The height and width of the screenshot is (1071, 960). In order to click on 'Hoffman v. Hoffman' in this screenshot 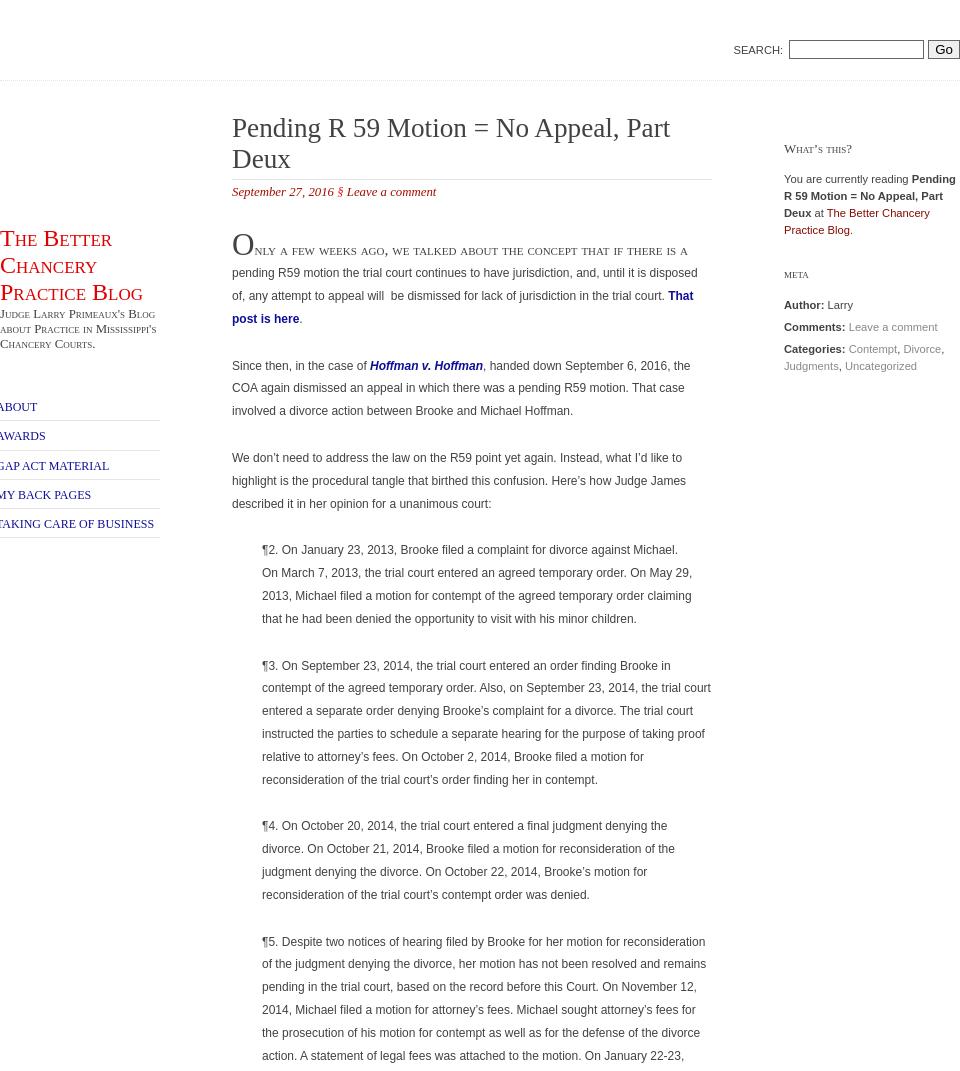, I will do `click(426, 363)`.